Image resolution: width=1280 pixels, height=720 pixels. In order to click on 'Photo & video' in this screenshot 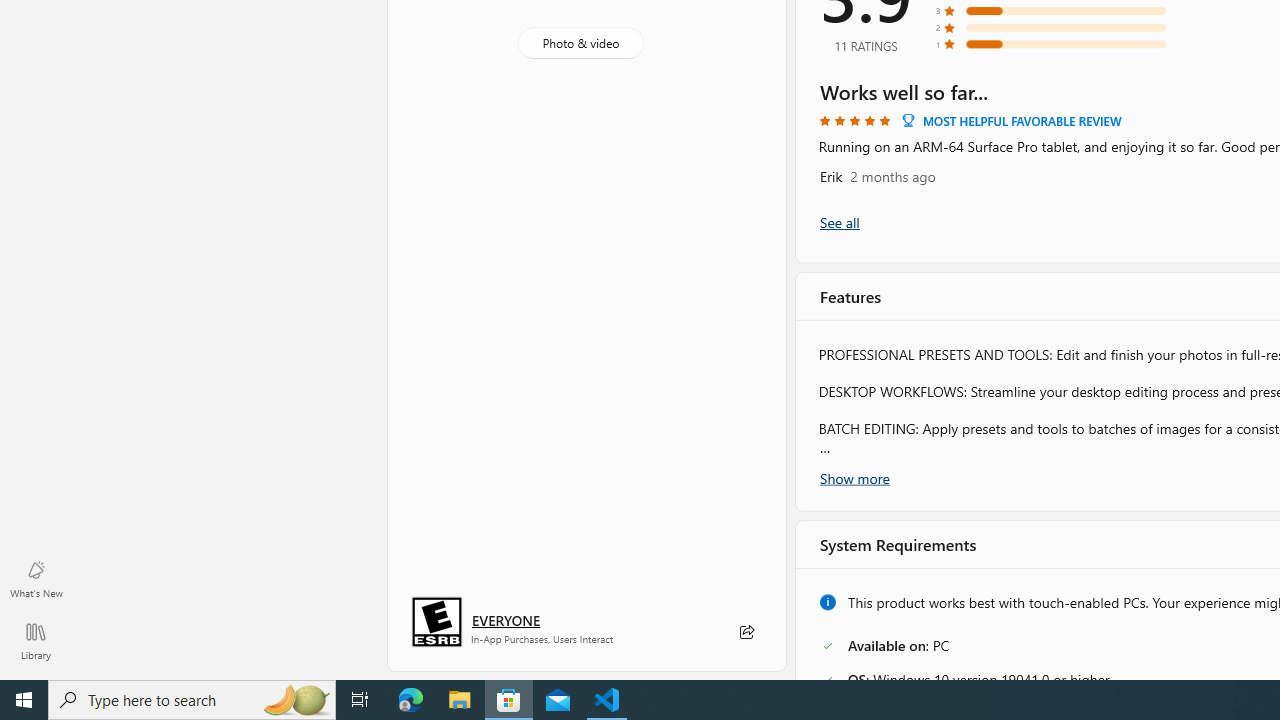, I will do `click(578, 43)`.